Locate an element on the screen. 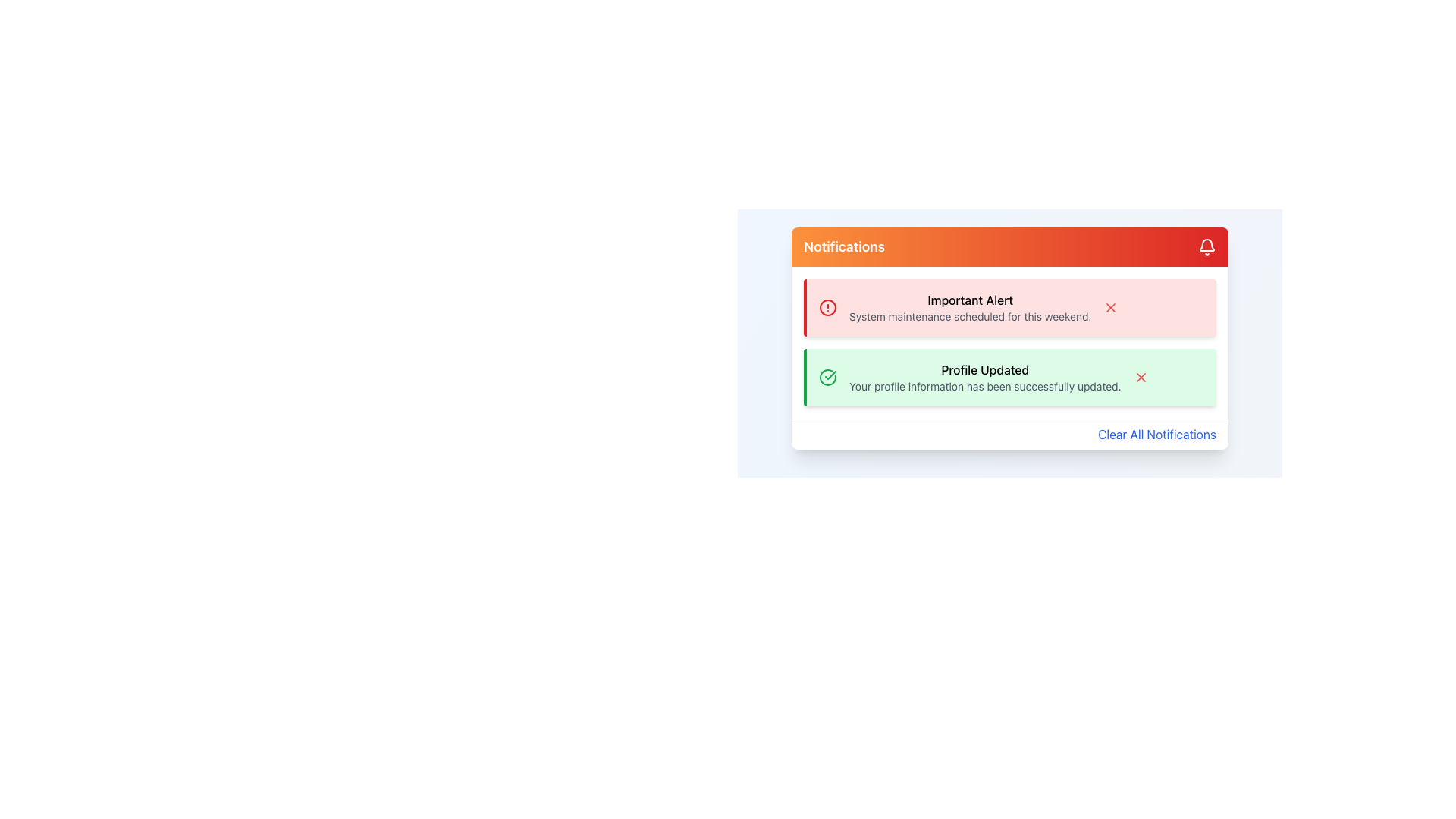 This screenshot has width=1456, height=819. important message displayed on the first Notification Card in the notification panel under 'Notifications' is located at coordinates (1009, 307).